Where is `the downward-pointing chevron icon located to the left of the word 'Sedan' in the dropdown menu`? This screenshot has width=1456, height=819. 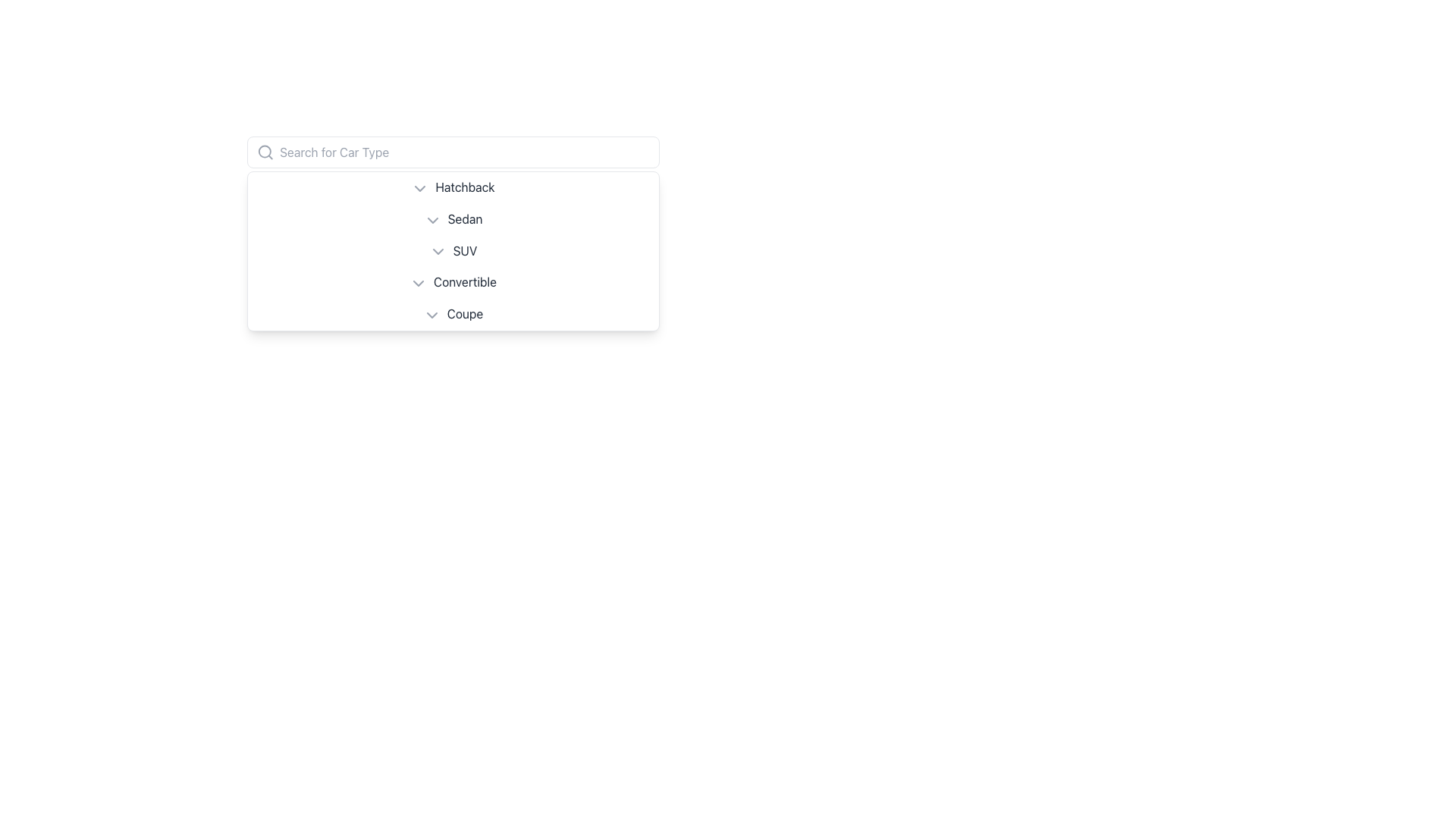
the downward-pointing chevron icon located to the left of the word 'Sedan' in the dropdown menu is located at coordinates (431, 220).